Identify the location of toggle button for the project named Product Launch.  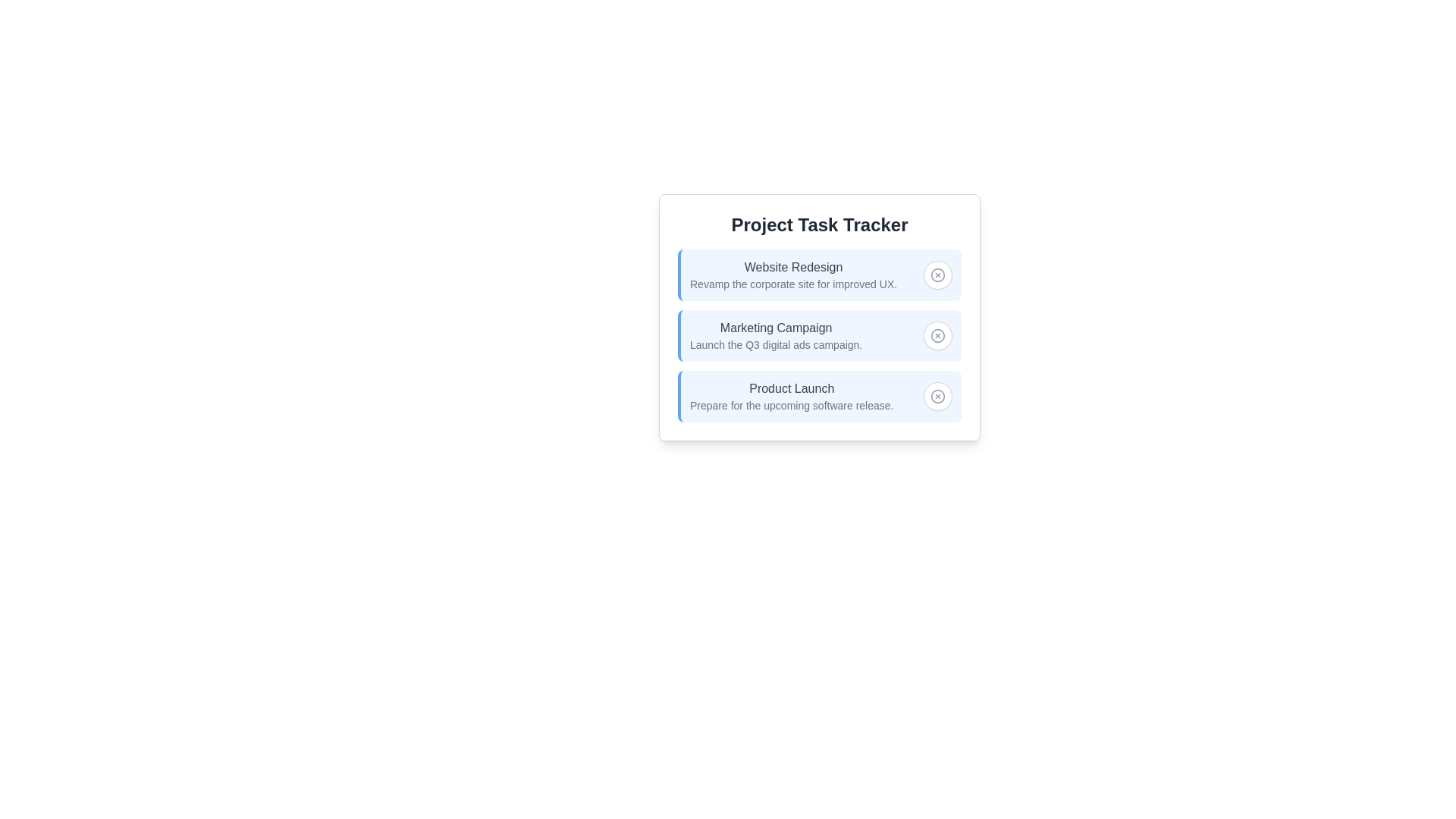
(937, 396).